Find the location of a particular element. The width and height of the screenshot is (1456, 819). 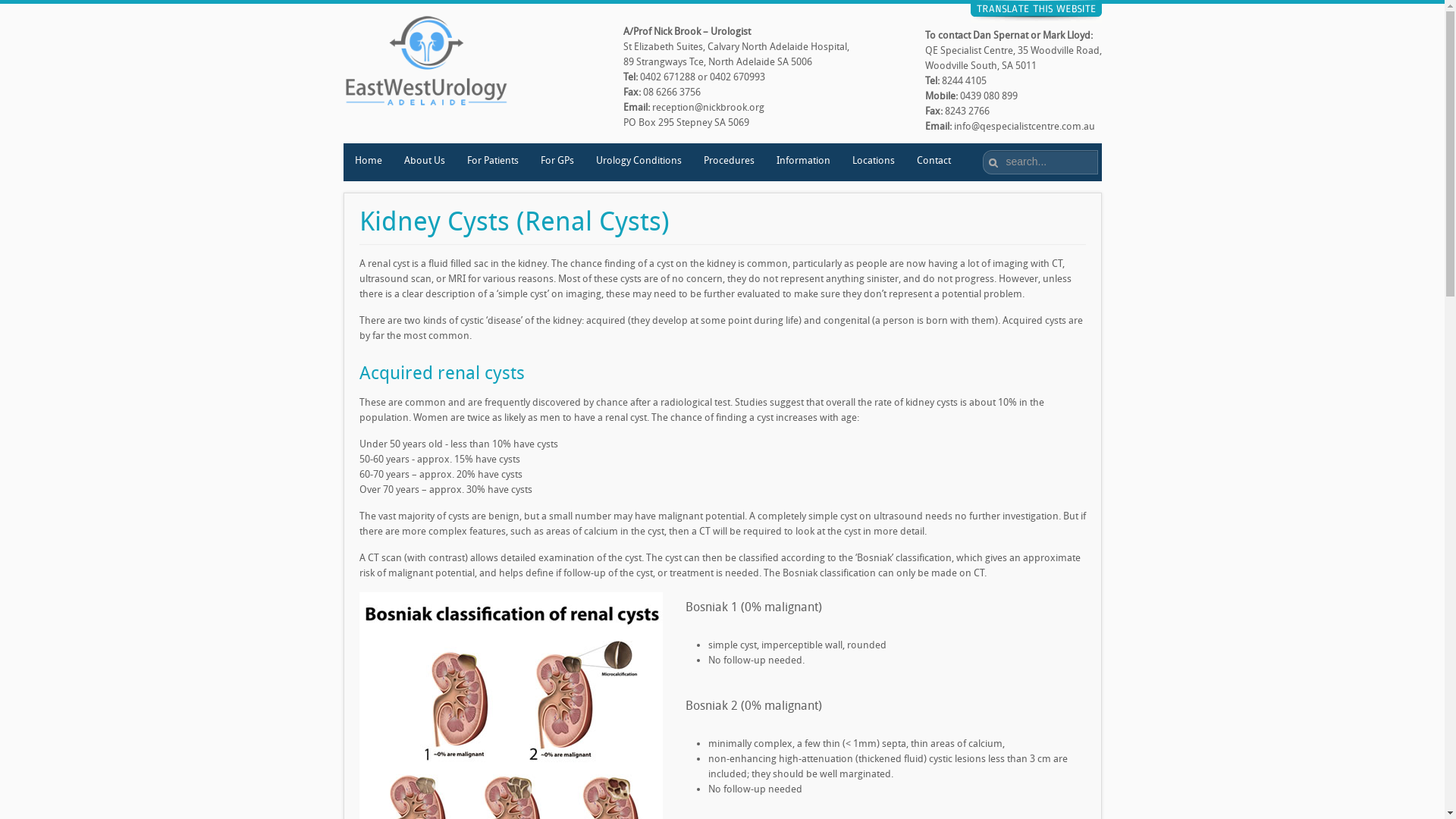

'For GPs' is located at coordinates (556, 162).